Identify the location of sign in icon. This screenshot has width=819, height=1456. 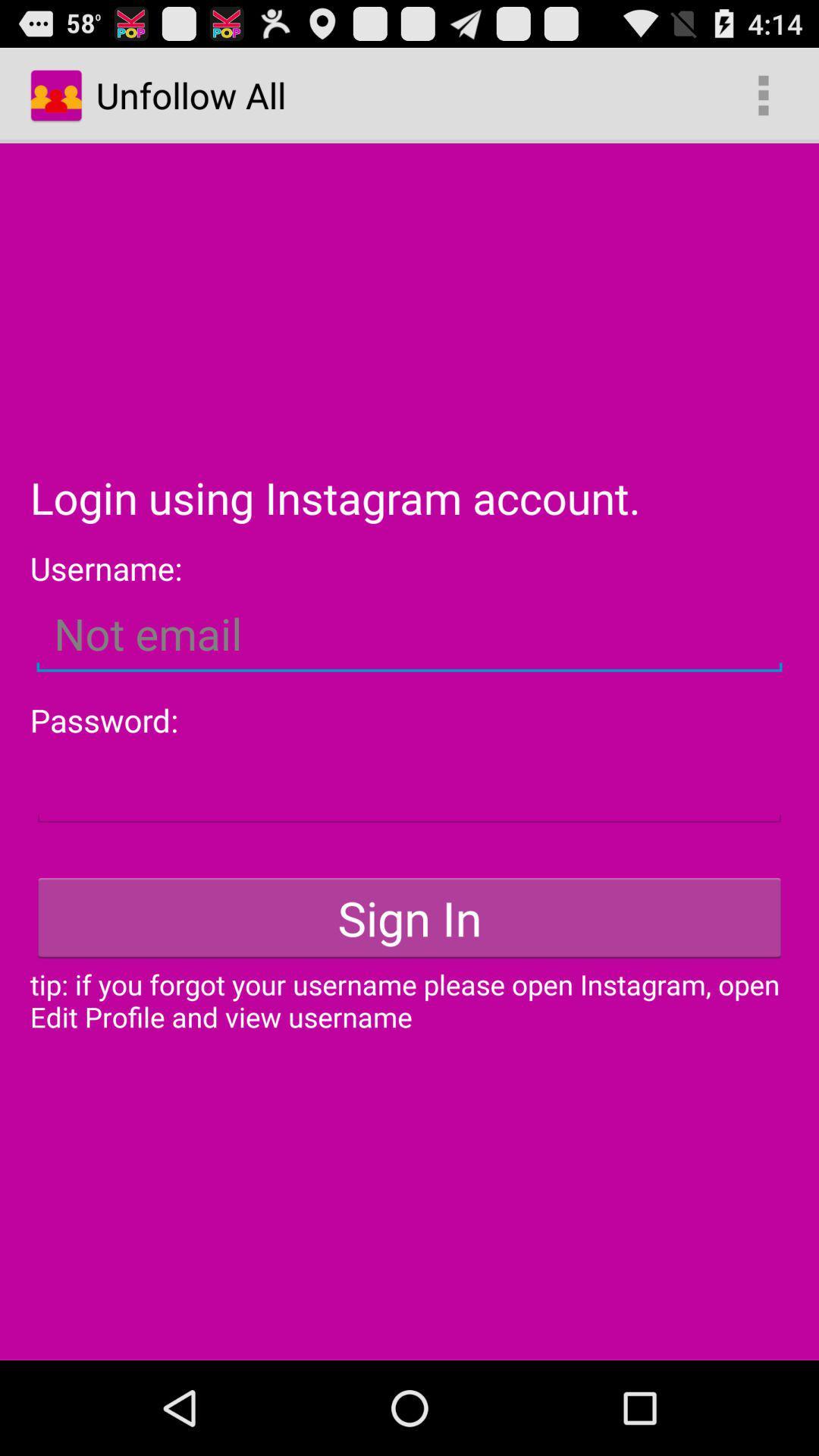
(409, 917).